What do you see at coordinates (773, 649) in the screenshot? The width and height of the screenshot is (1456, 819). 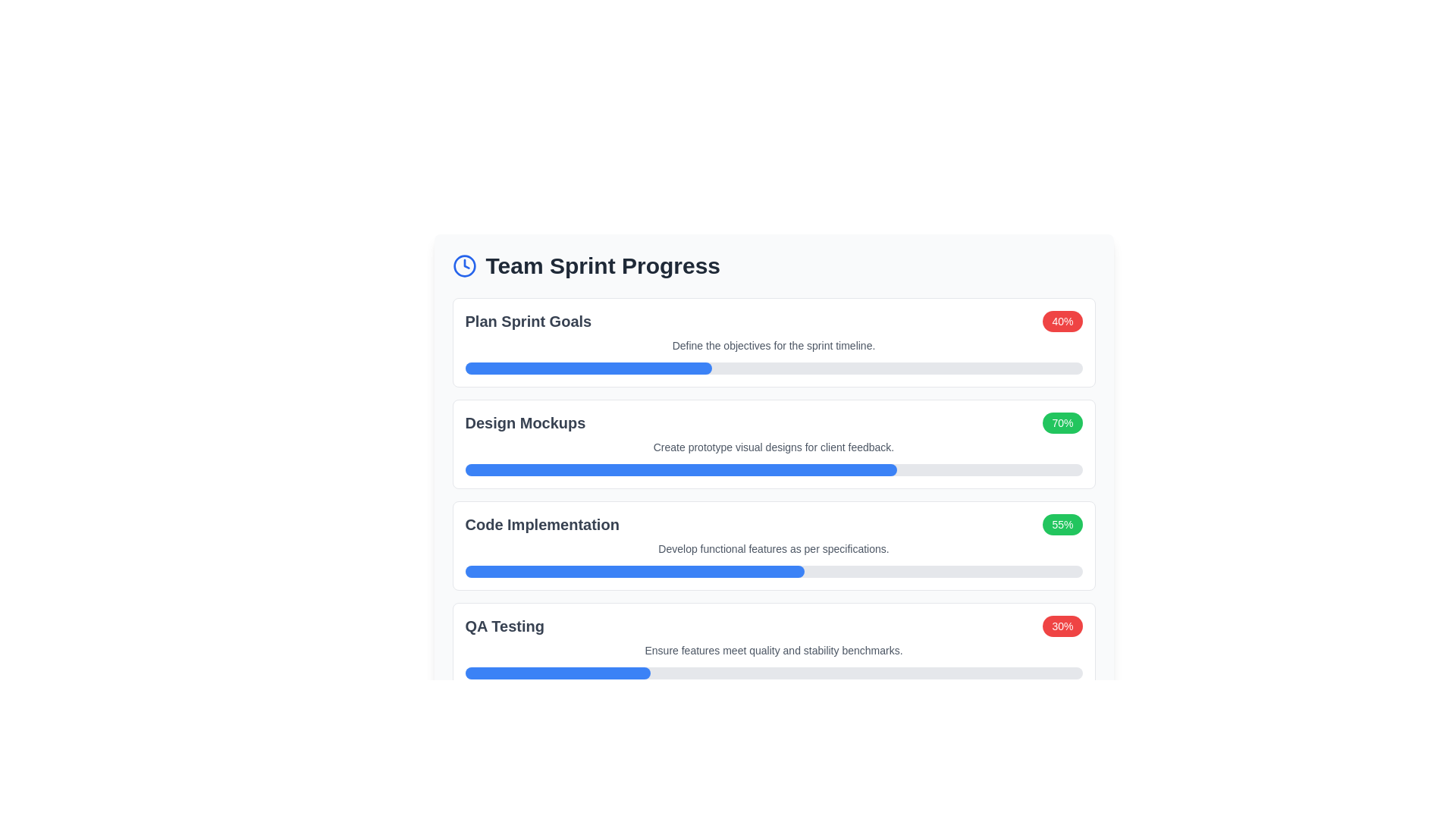 I see `the static text label stating 'Ensure features meet quality and stability benchmarks.' located below the heading 'QA Testing' and above the progress bar` at bounding box center [773, 649].